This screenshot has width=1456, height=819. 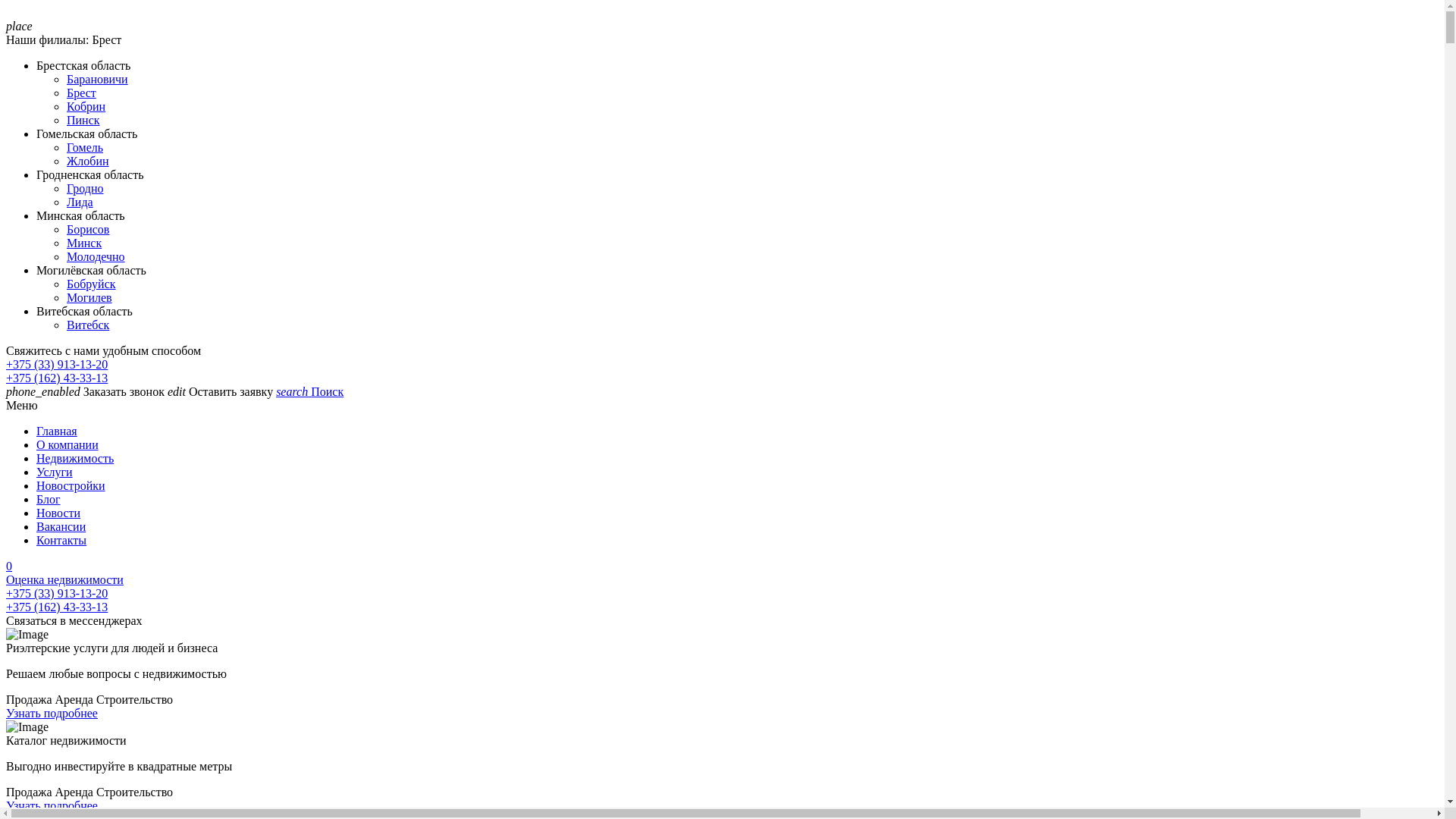 I want to click on '+375 (33) 913-13-20', so click(x=57, y=364).